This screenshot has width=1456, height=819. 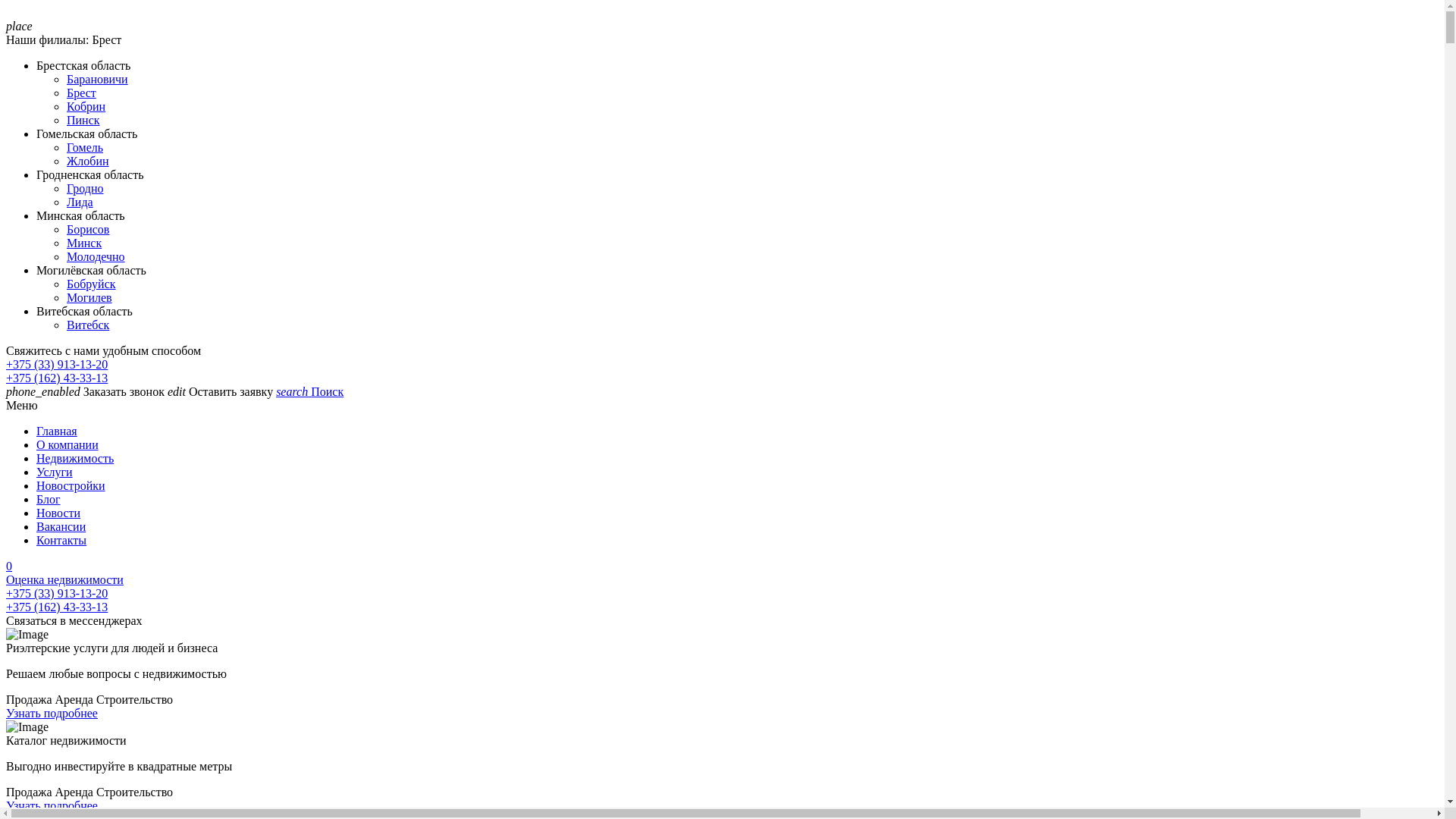 I want to click on '+375 (33) 913-13-20', so click(x=57, y=364).